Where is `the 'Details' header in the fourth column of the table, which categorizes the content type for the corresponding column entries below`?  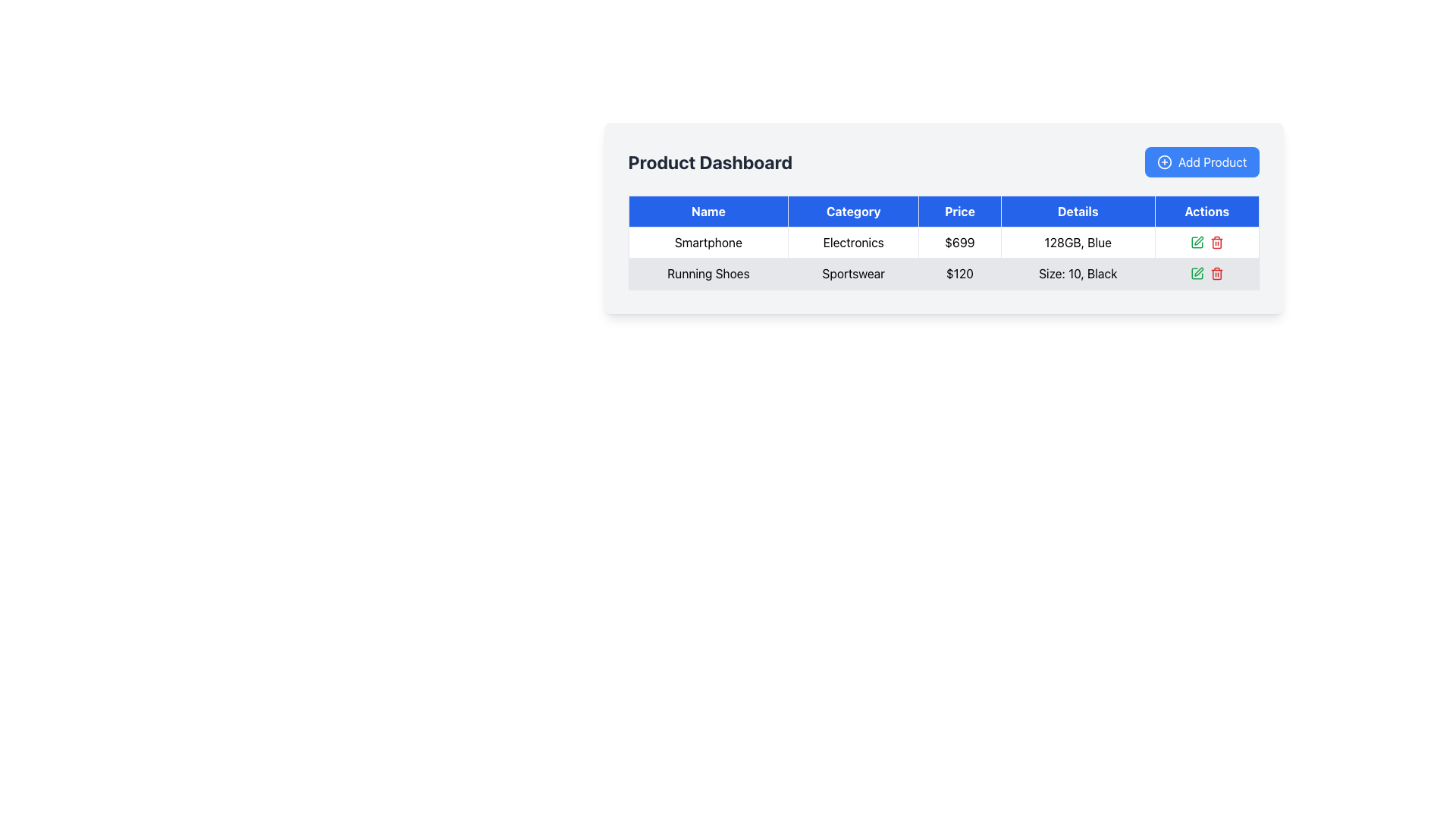 the 'Details' header in the fourth column of the table, which categorizes the content type for the corresponding column entries below is located at coordinates (1077, 211).